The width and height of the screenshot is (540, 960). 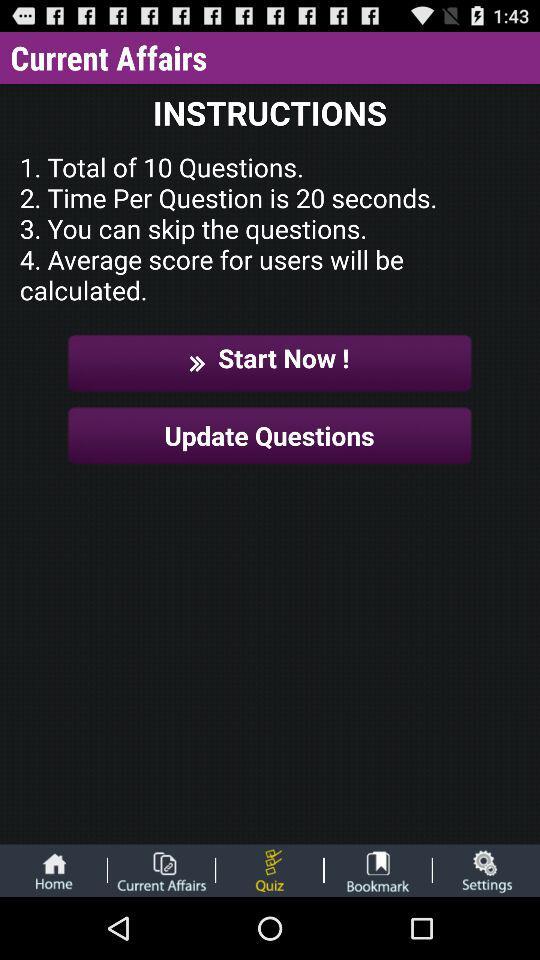 I want to click on settings, so click(x=485, y=869).